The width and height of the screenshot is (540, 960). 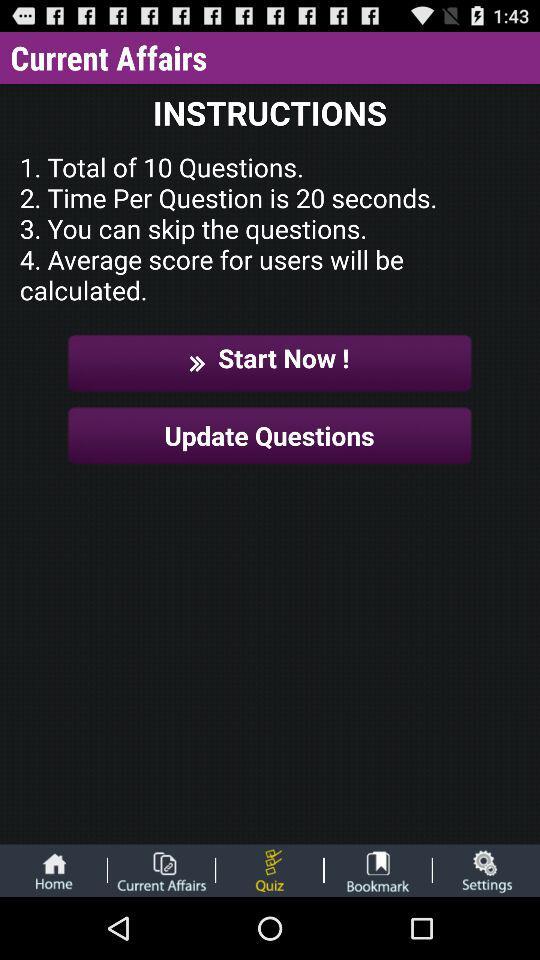 I want to click on settings, so click(x=485, y=869).